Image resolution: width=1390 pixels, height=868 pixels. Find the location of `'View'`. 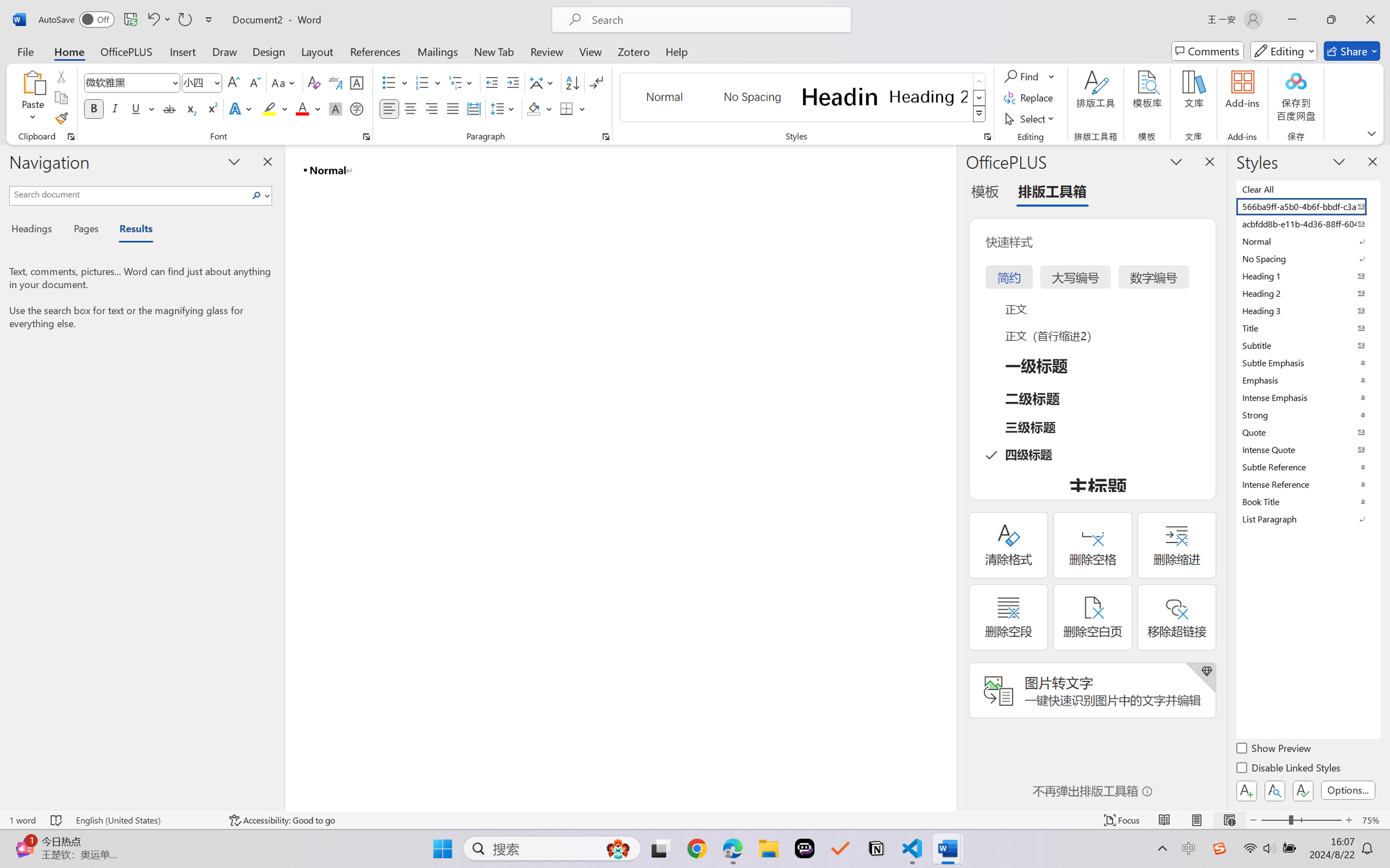

'View' is located at coordinates (590, 51).